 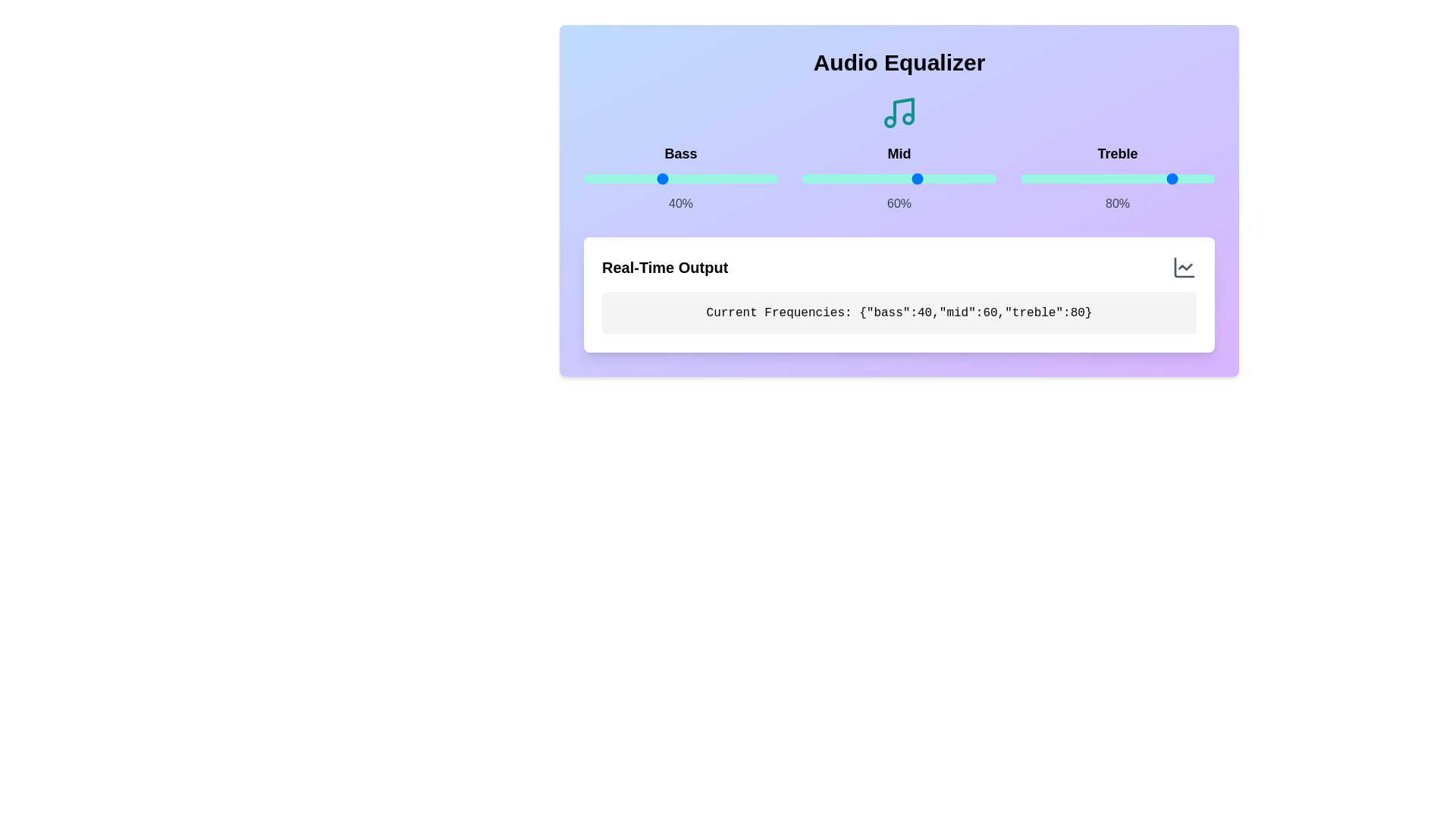 What do you see at coordinates (899, 112) in the screenshot?
I see `the audio-related icon in the 'Audio Equalizer' panel, centrally aligned between the 'Bass' and 'Treble' text elements` at bounding box center [899, 112].